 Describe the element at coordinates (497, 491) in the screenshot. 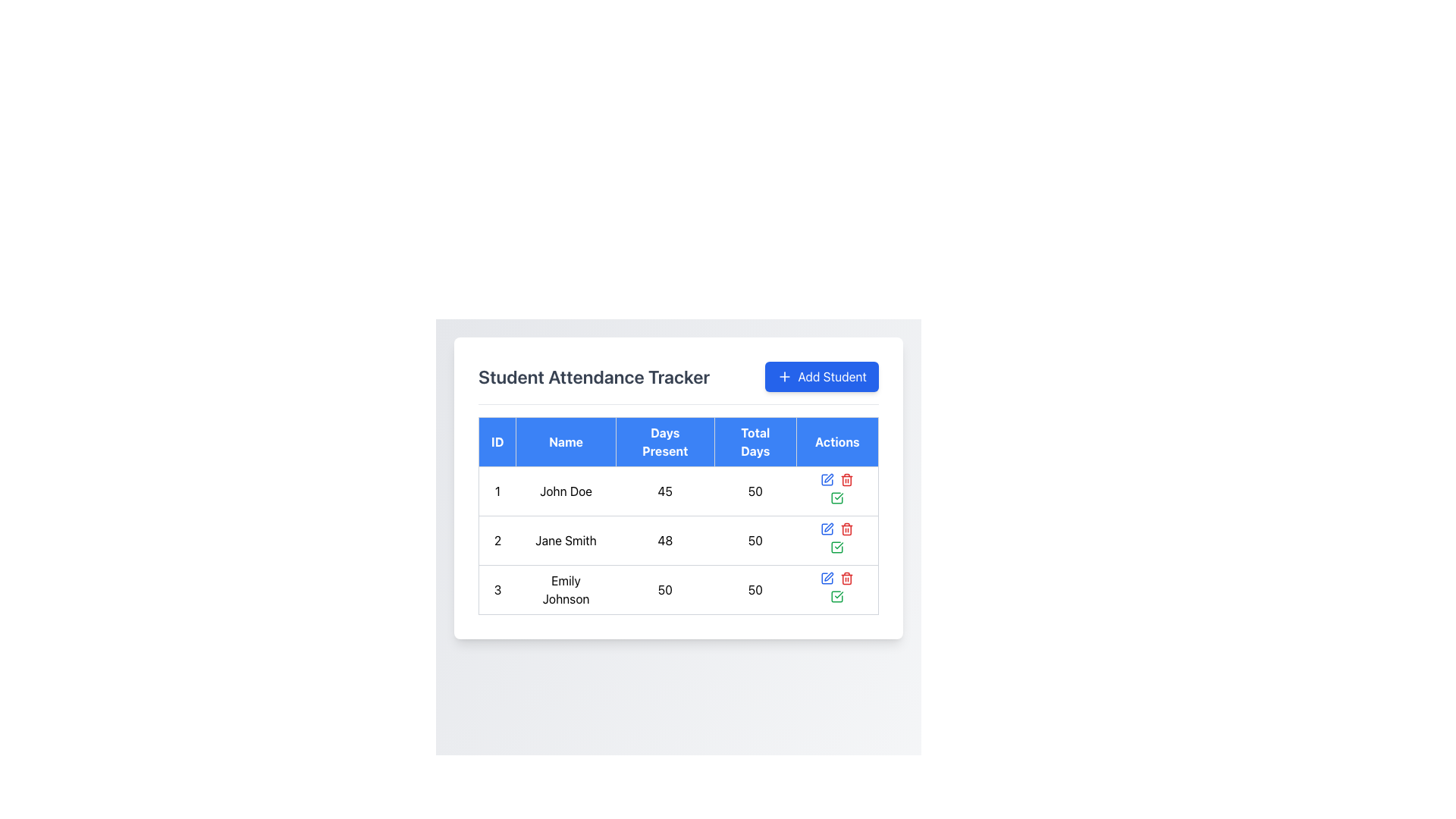

I see `the text label that serves as an identifier for entry number 1` at that location.